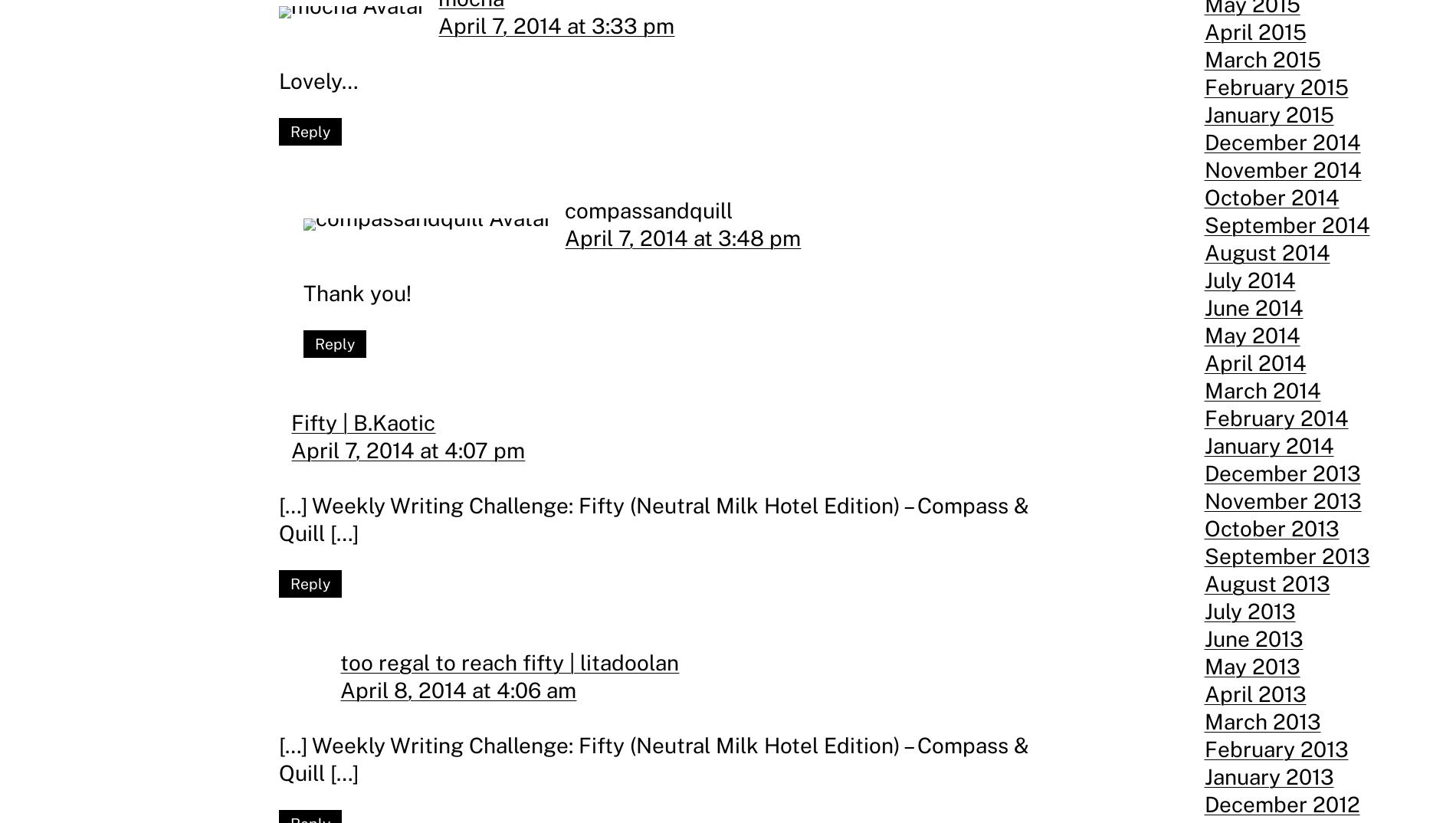 This screenshot has width=1456, height=823. What do you see at coordinates (1253, 638) in the screenshot?
I see `'June 2013'` at bounding box center [1253, 638].